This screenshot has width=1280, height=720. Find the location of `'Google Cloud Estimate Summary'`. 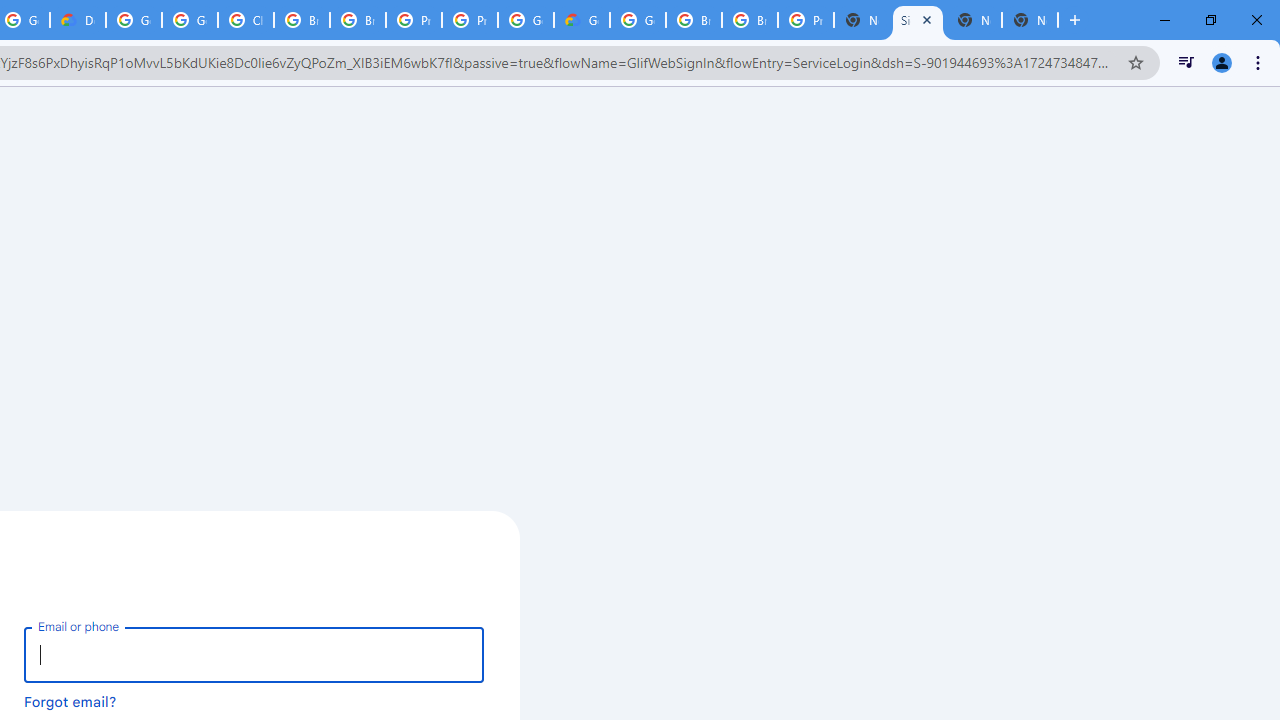

'Google Cloud Estimate Summary' is located at coordinates (581, 20).